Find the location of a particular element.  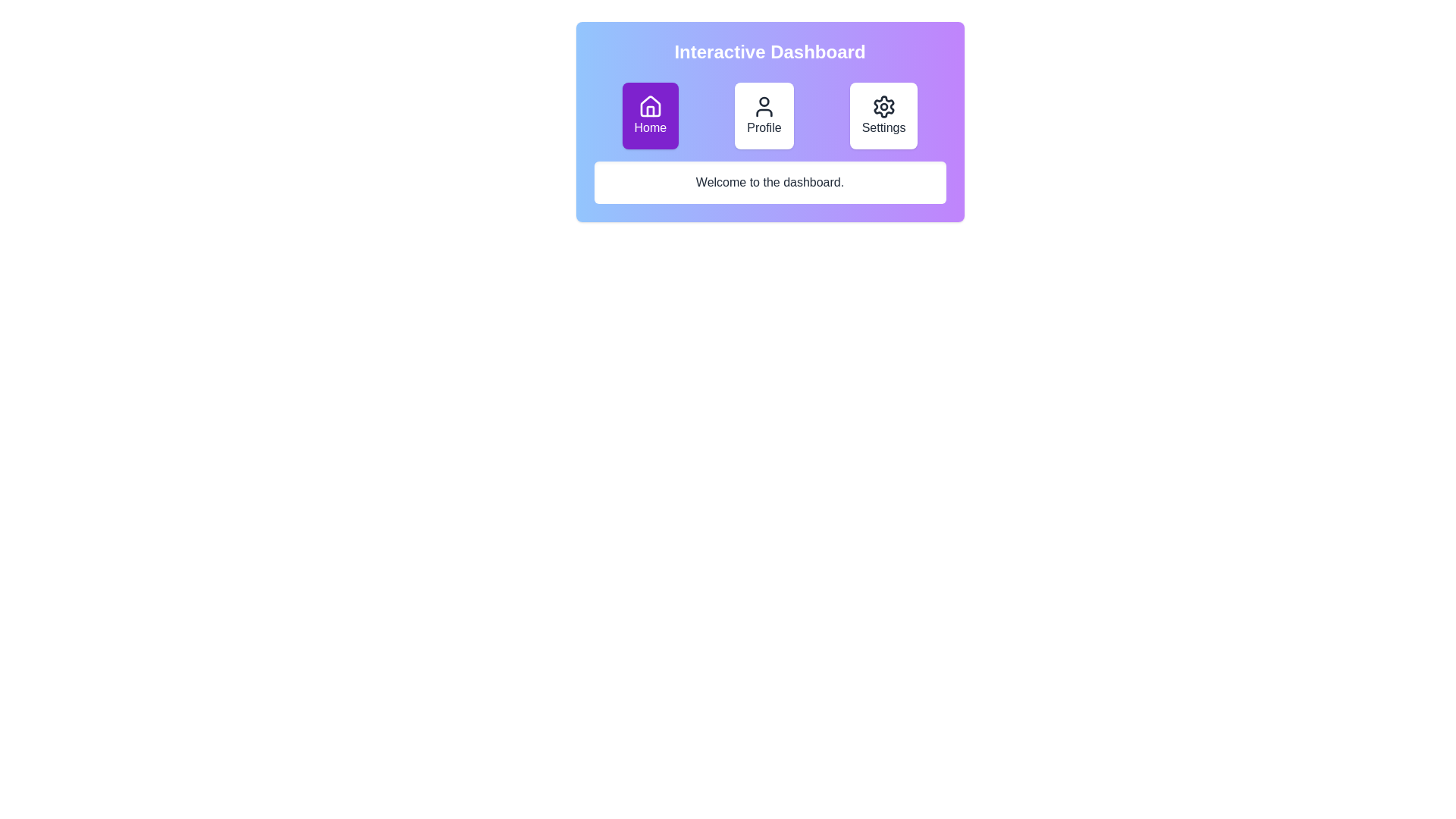

the Home tab by clicking the corresponding button is located at coordinates (650, 115).